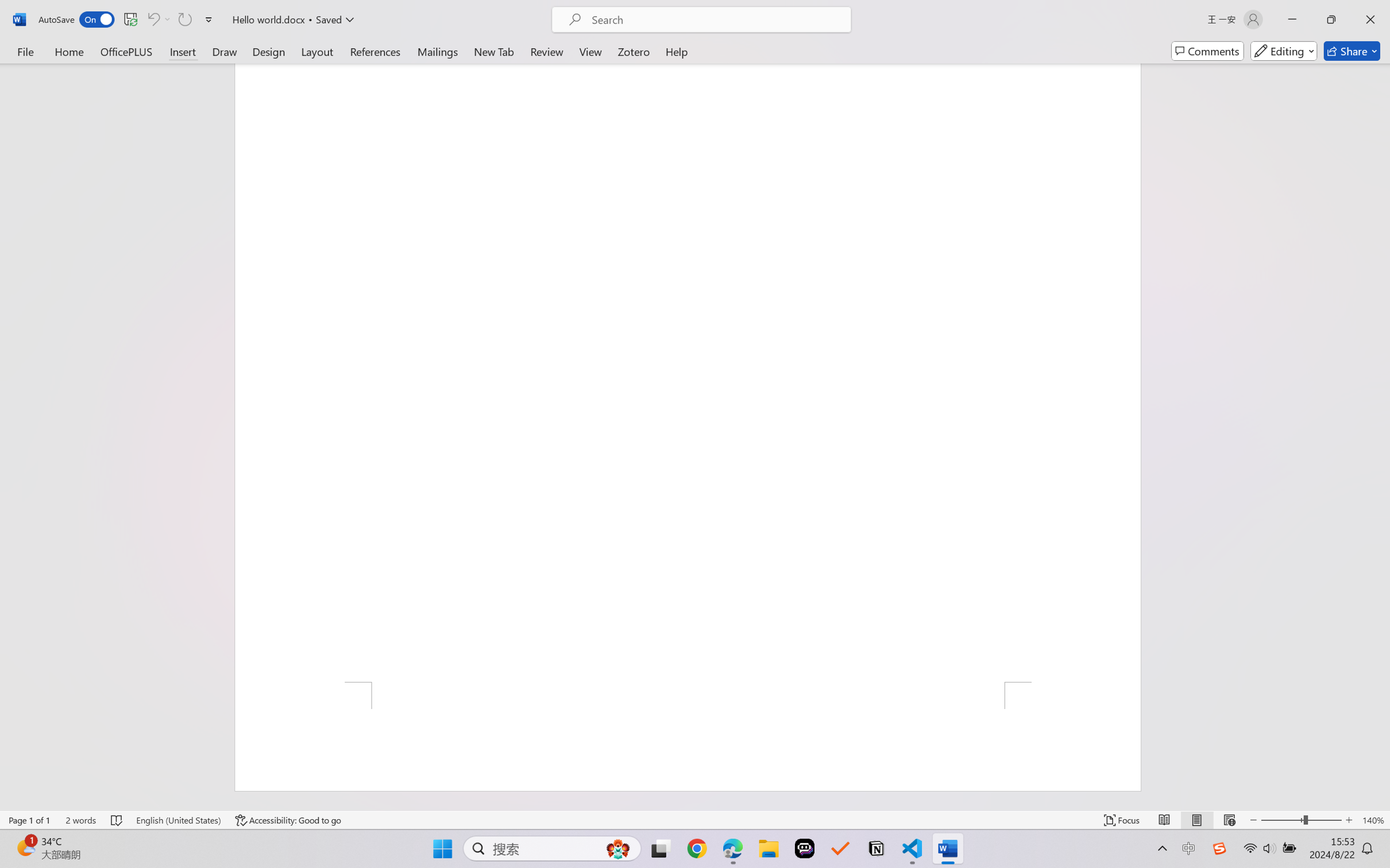 Image resolution: width=1390 pixels, height=868 pixels. What do you see at coordinates (618, 848) in the screenshot?
I see `'AutomationID: DynamicSearchBoxGleamImage'` at bounding box center [618, 848].